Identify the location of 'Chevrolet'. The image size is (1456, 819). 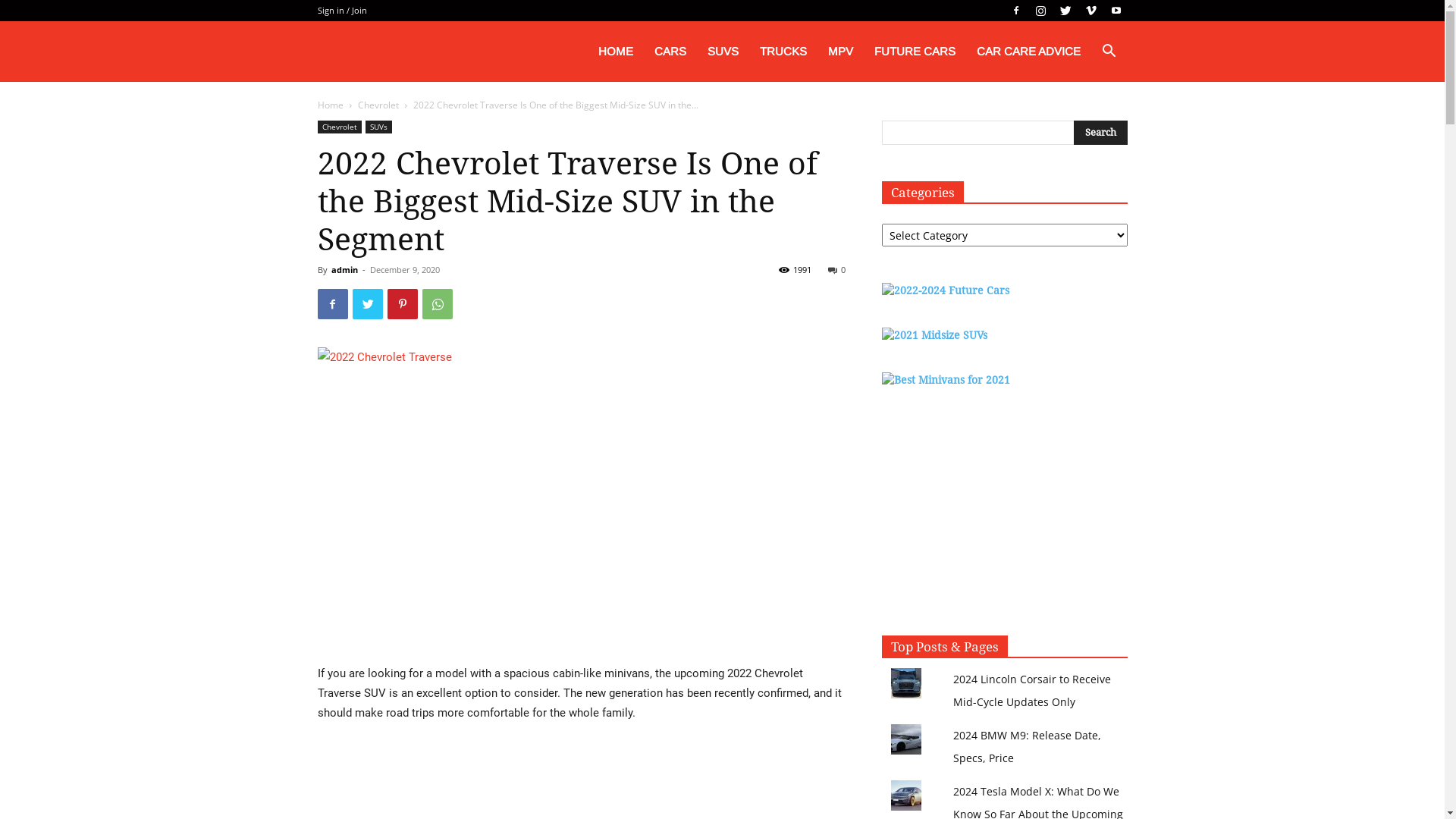
(337, 126).